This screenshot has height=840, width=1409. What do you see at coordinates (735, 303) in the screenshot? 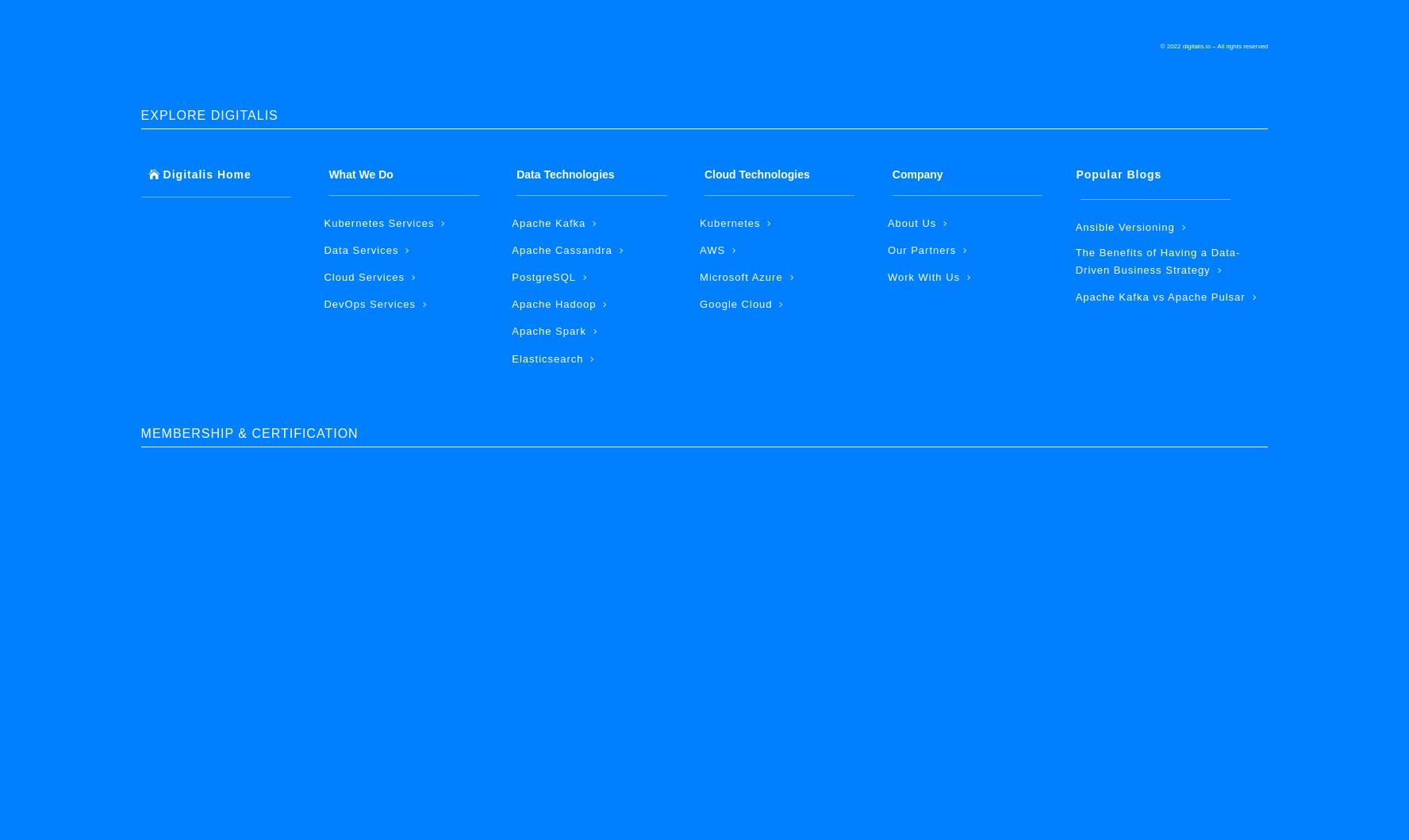
I see `'Google Cloud'` at bounding box center [735, 303].